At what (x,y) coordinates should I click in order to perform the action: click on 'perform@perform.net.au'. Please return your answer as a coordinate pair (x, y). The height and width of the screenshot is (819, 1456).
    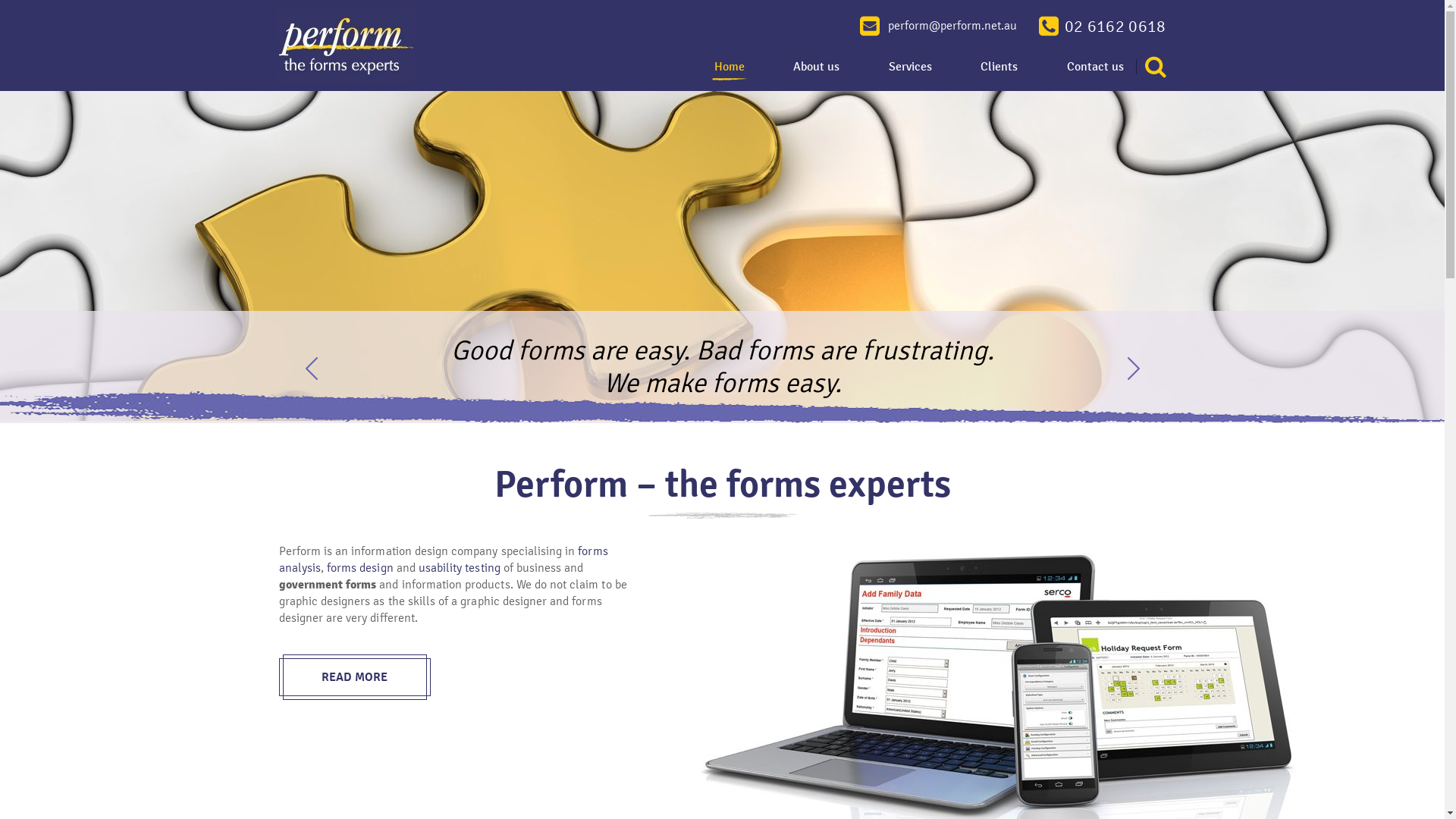
    Looking at the image, I should click on (937, 25).